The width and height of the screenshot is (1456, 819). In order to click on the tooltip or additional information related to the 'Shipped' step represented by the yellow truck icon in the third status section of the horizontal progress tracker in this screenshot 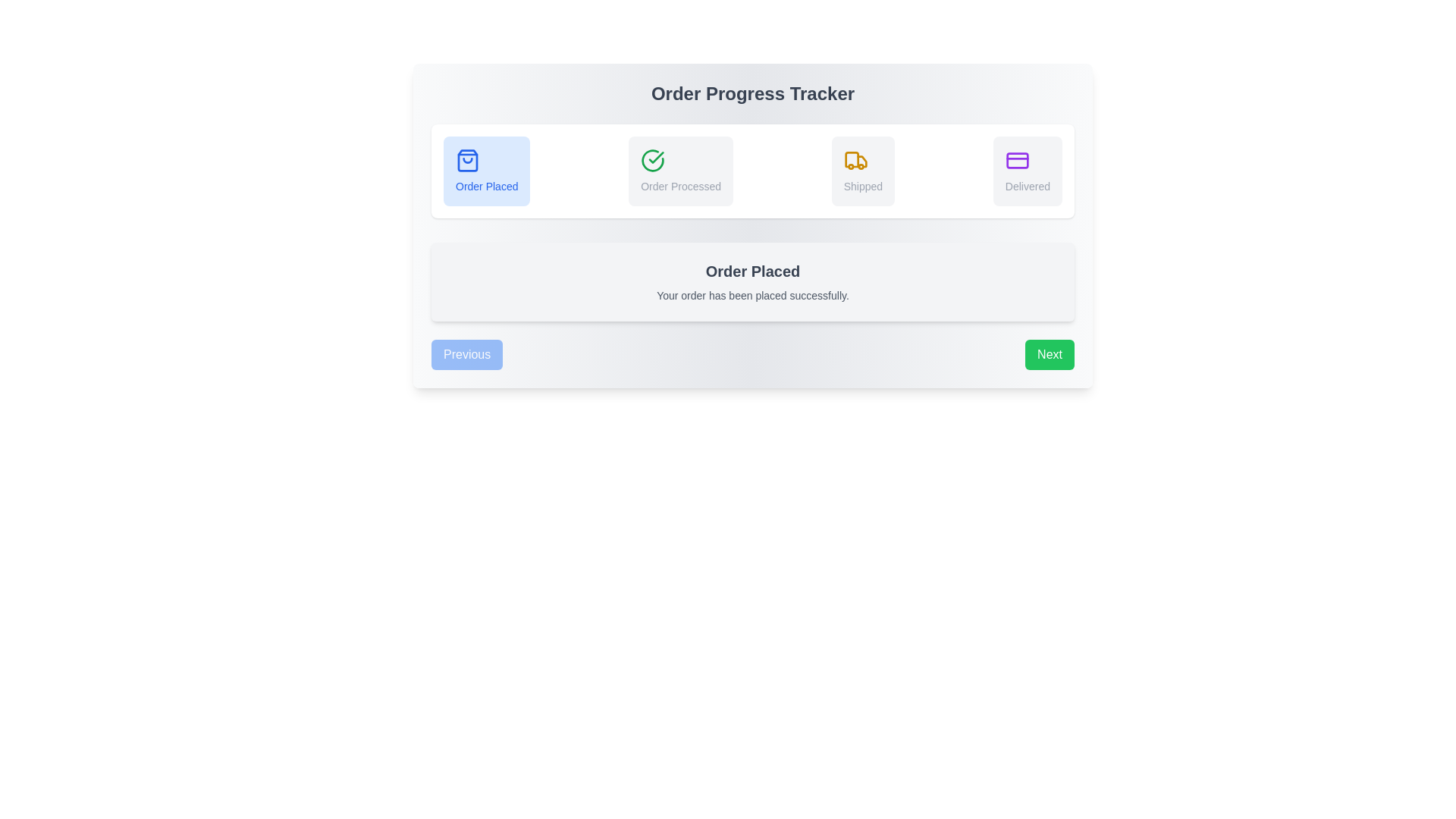, I will do `click(852, 159)`.